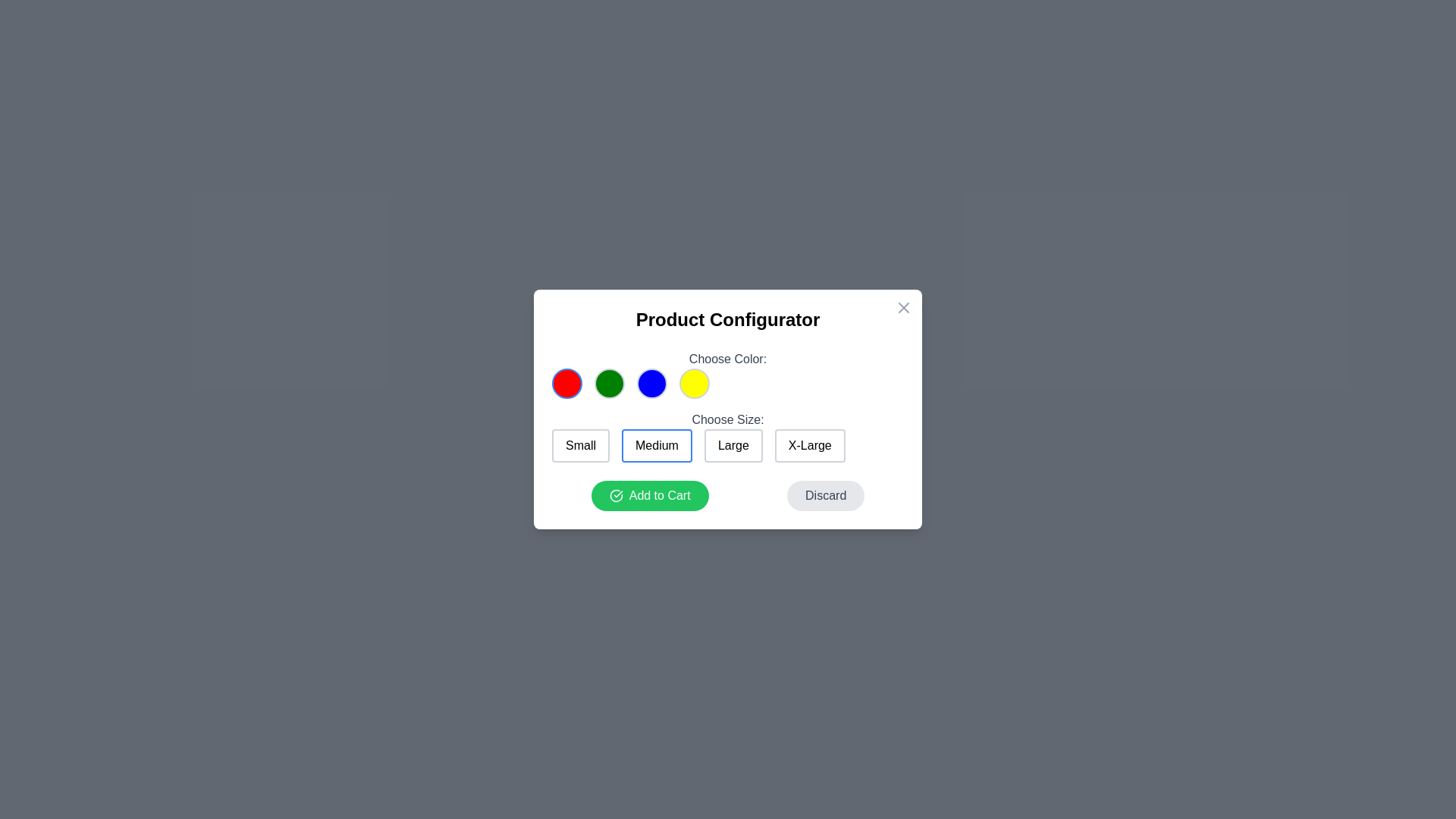  Describe the element at coordinates (733, 444) in the screenshot. I see `the 'Large' size button located in the third position of four buttons aligned below the 'Choose Size:' label in the 'Product Configurator' modal` at that location.